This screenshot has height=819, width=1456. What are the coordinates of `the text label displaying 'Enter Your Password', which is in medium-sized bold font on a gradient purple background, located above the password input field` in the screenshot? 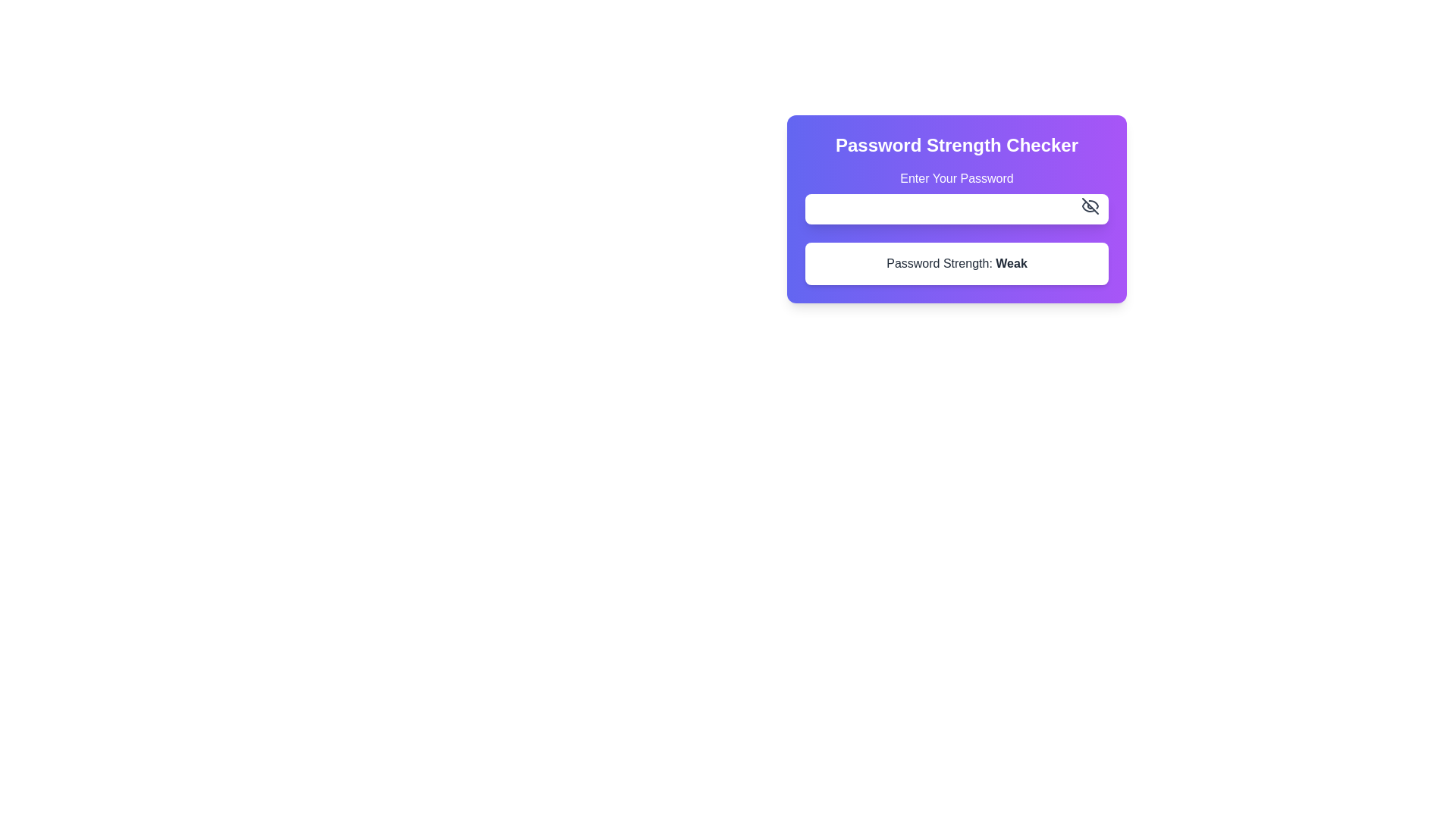 It's located at (956, 177).